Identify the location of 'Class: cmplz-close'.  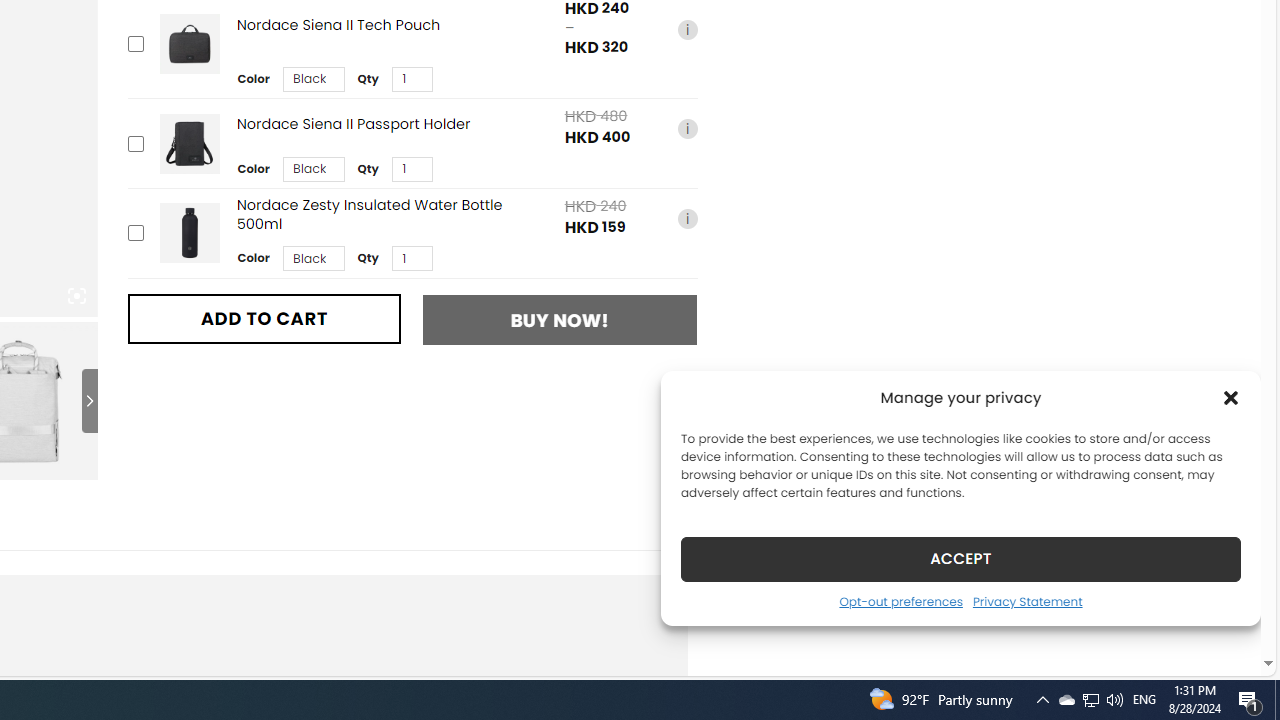
(1230, 397).